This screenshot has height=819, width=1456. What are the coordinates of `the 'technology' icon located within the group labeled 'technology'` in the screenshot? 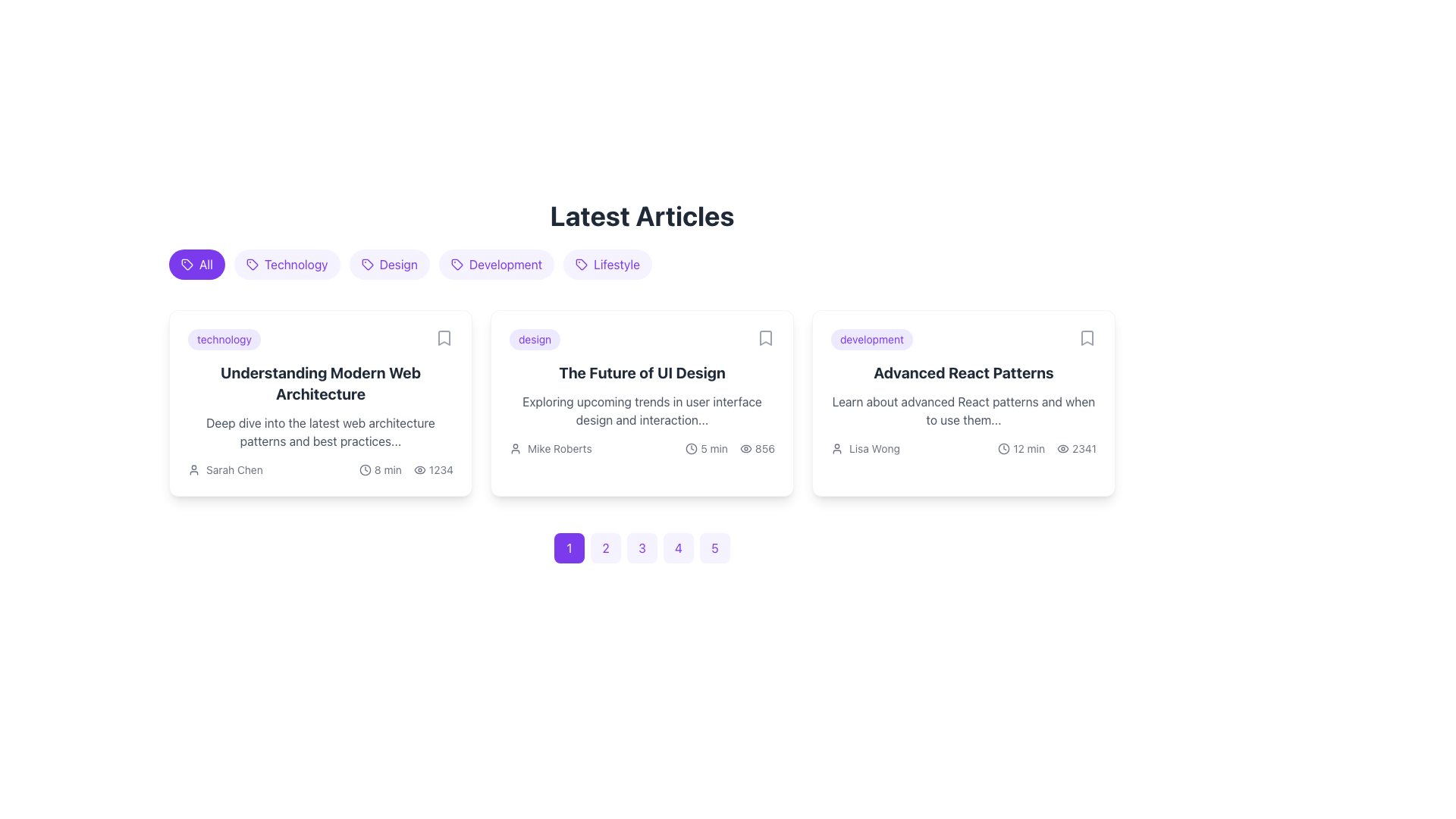 It's located at (252, 263).